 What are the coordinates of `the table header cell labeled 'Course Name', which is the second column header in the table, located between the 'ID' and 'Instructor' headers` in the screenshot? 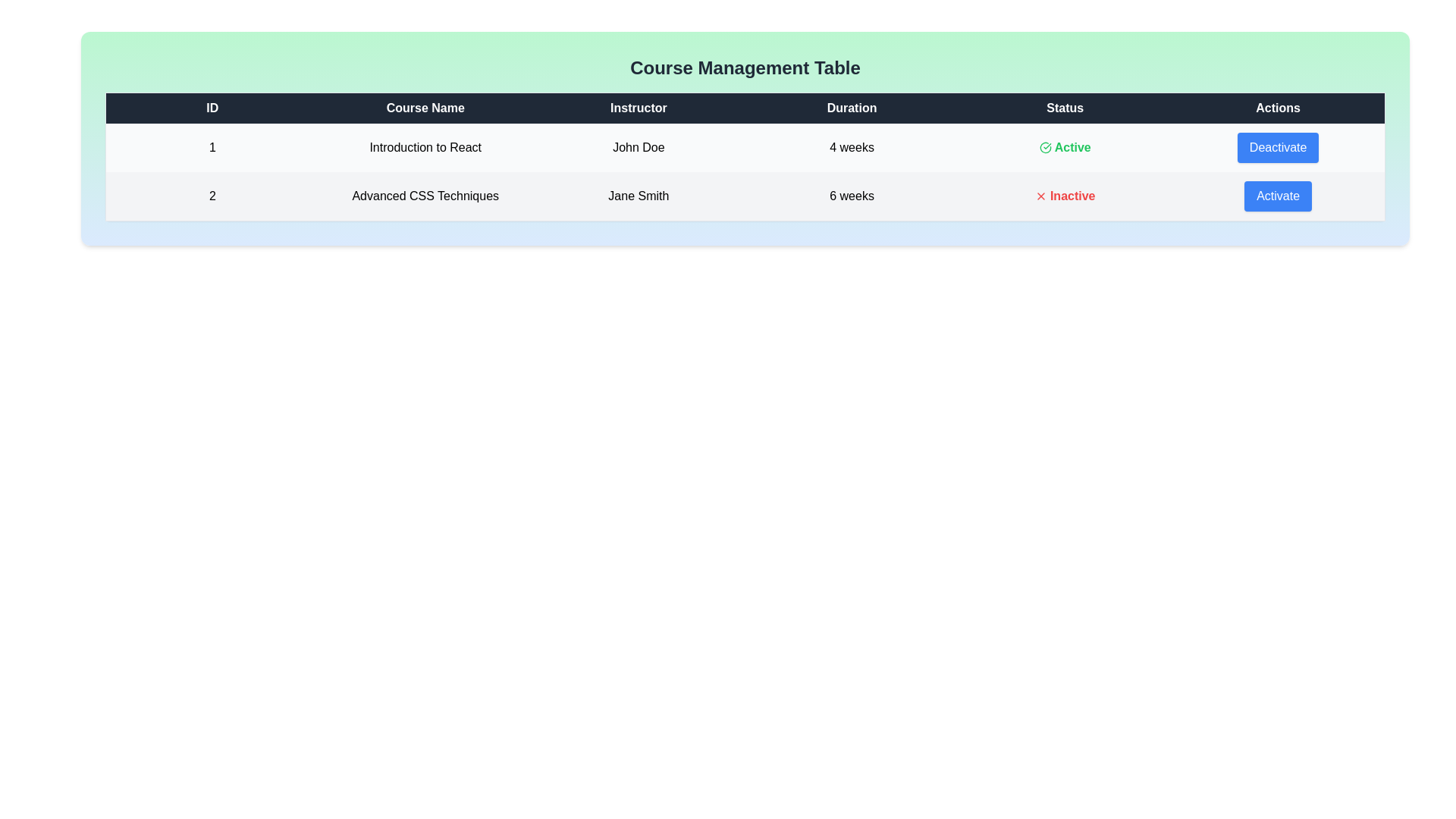 It's located at (425, 107).